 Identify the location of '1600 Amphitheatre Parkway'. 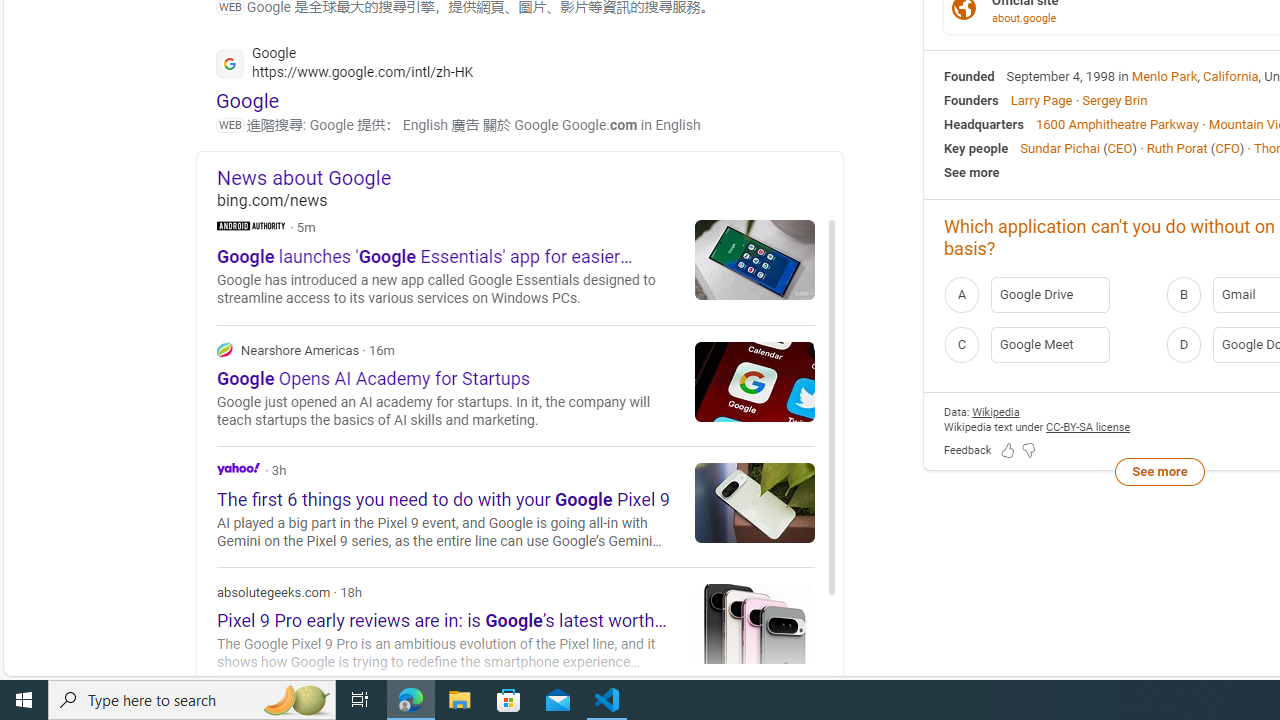
(1116, 123).